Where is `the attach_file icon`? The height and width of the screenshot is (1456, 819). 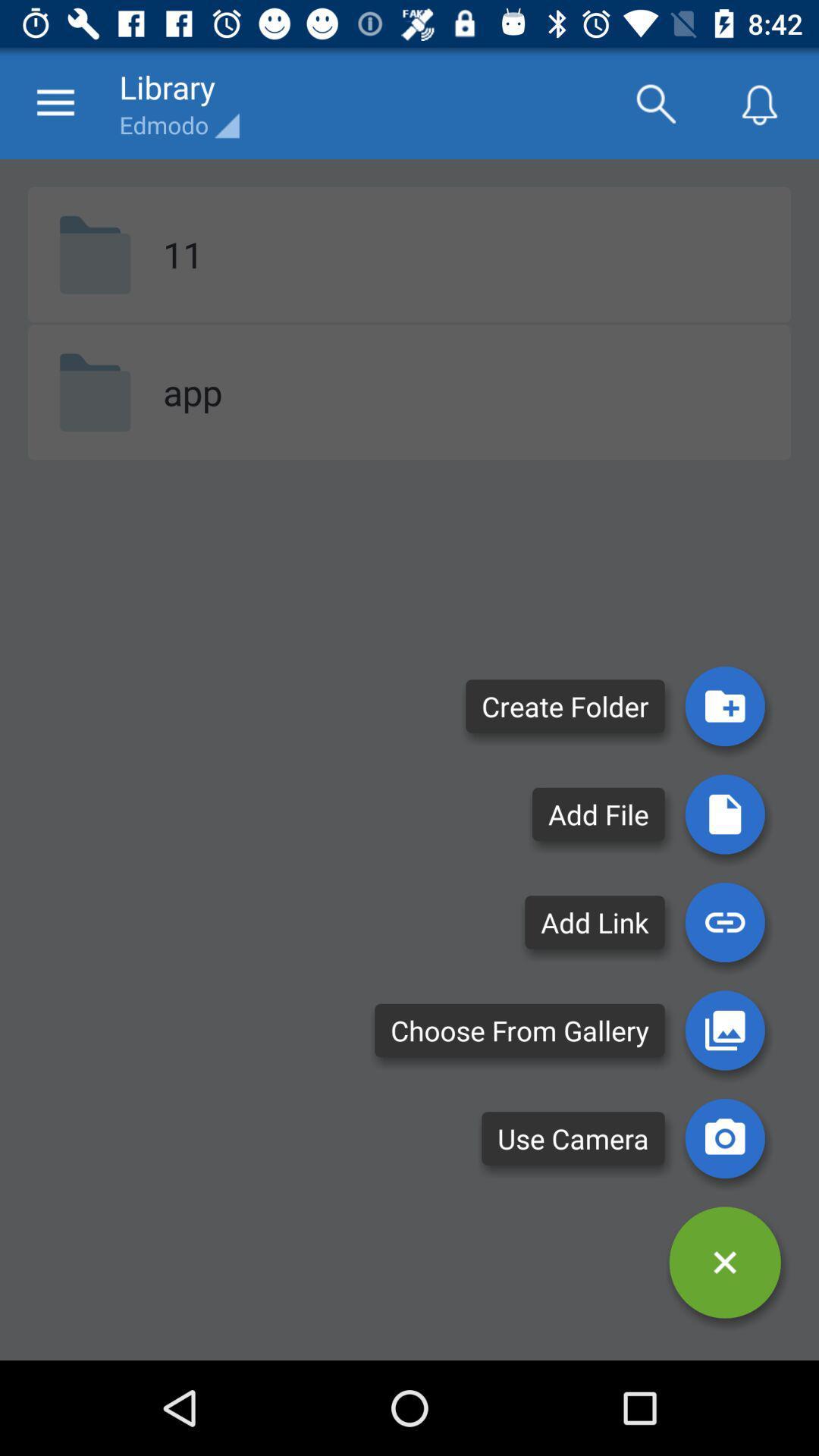 the attach_file icon is located at coordinates (724, 921).